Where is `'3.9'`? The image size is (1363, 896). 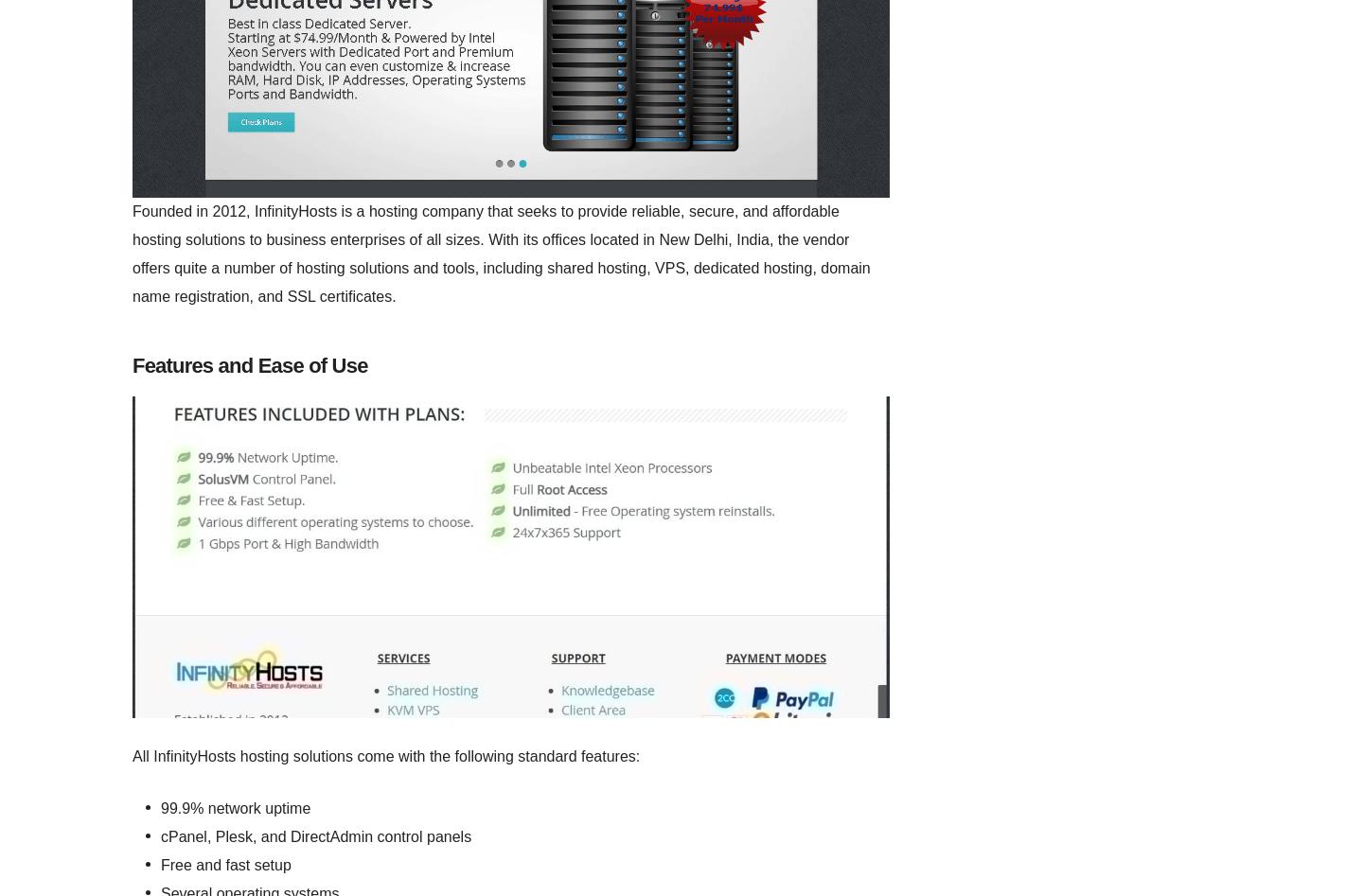 '3.9' is located at coordinates (212, 469).